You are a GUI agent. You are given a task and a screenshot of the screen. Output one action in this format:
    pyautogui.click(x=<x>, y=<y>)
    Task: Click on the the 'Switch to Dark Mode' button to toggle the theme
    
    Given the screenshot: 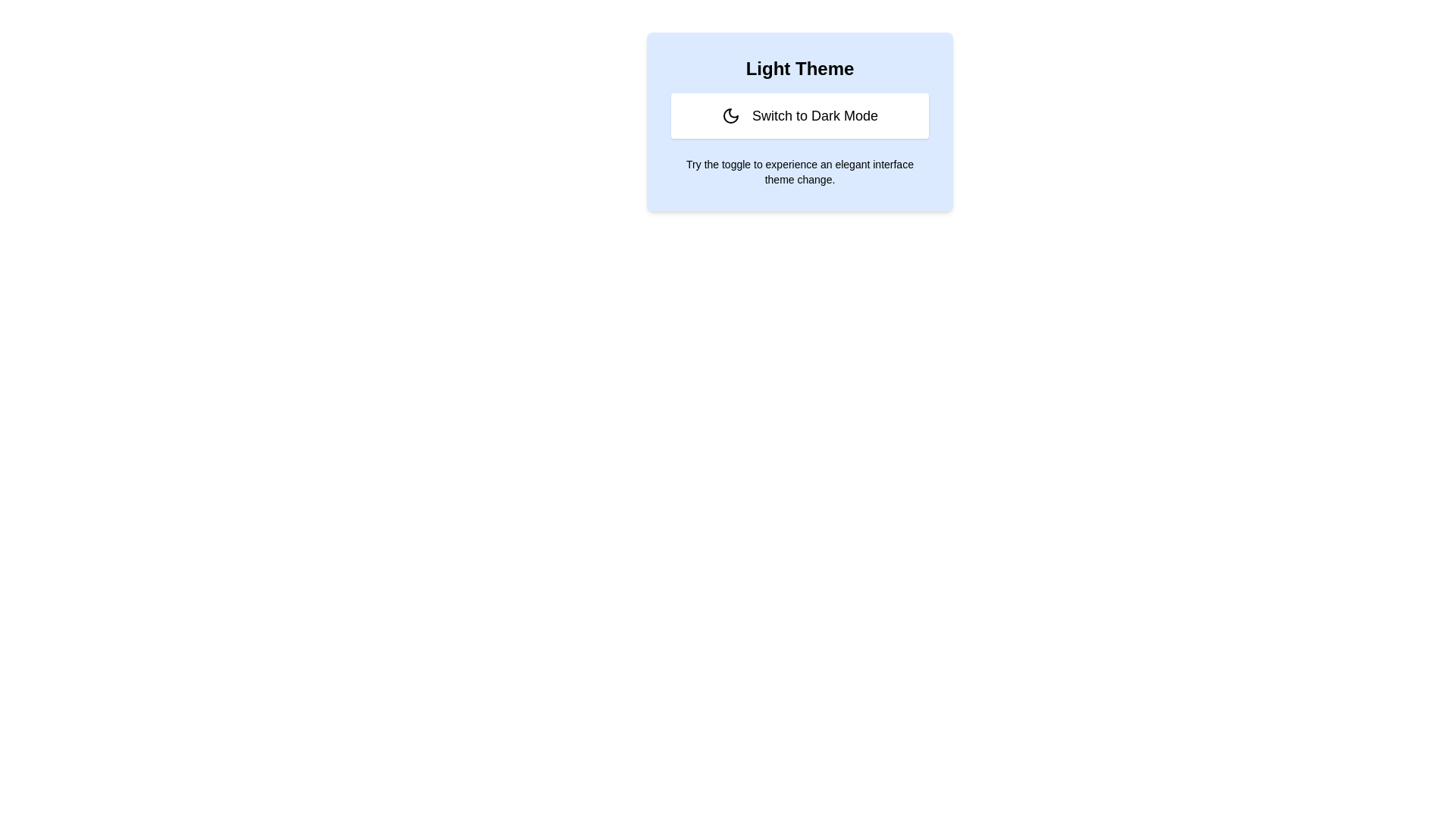 What is the action you would take?
    pyautogui.click(x=799, y=115)
    